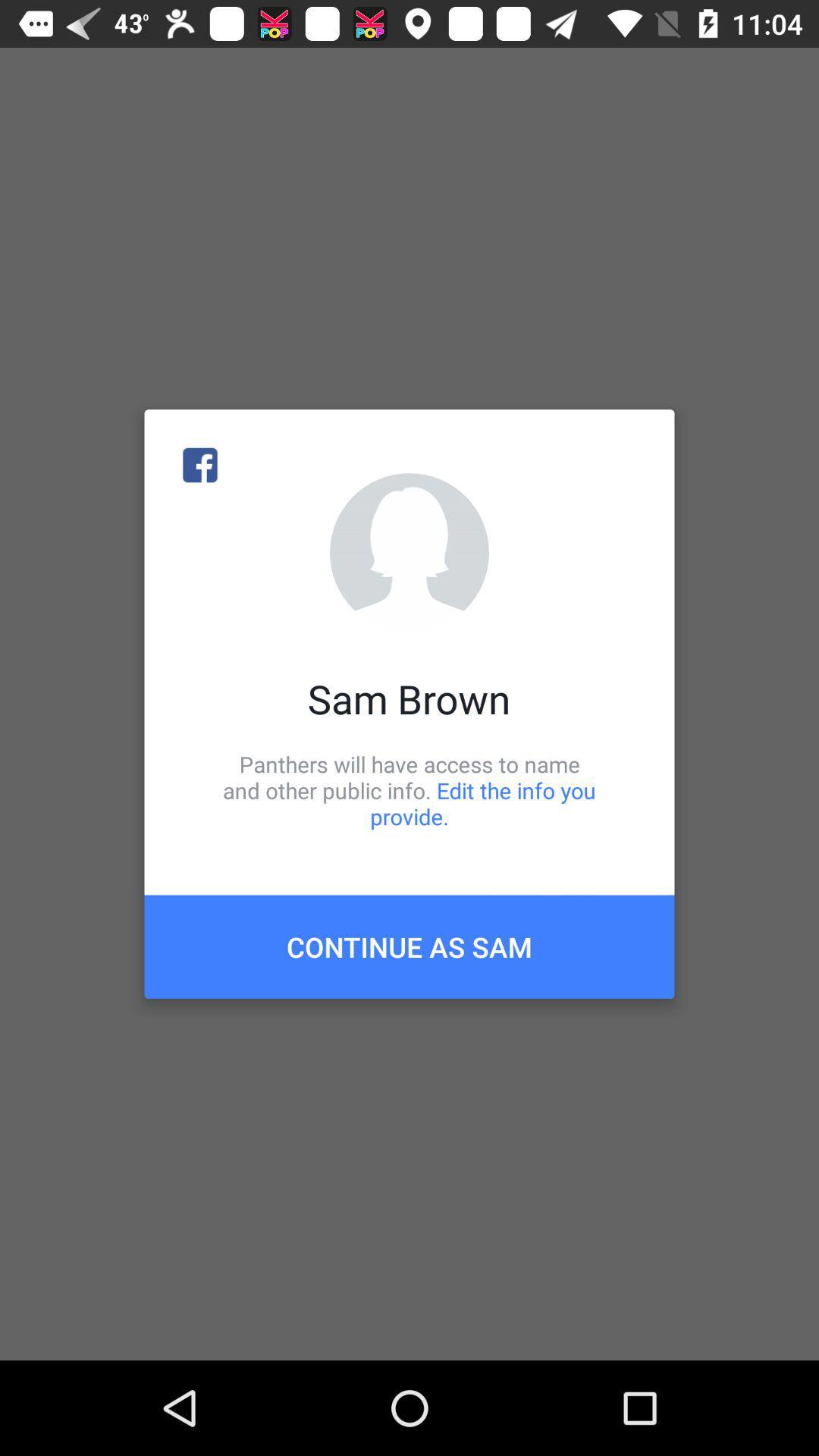  What do you see at coordinates (409, 789) in the screenshot?
I see `panthers will have` at bounding box center [409, 789].